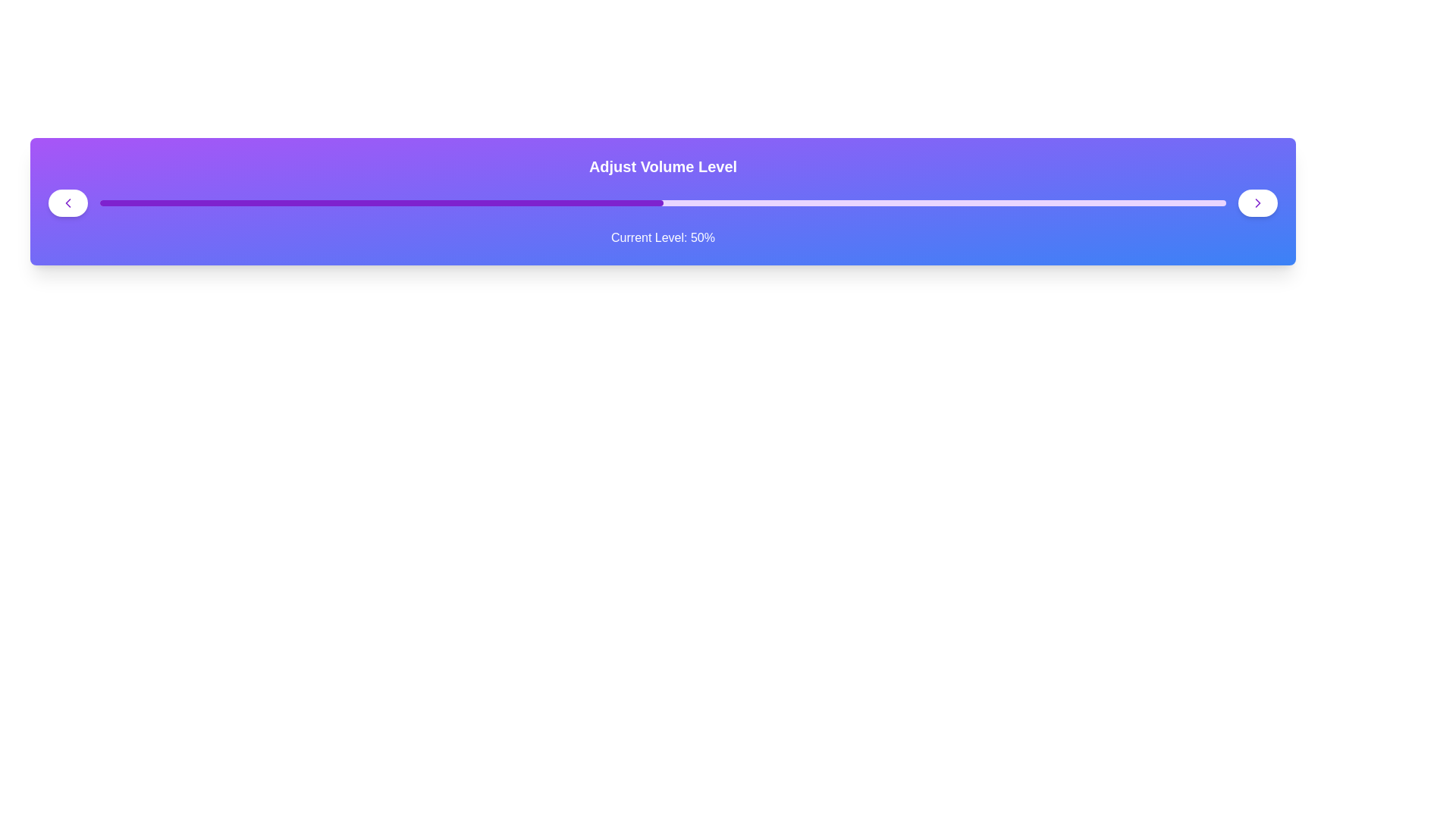 The height and width of the screenshot is (819, 1456). What do you see at coordinates (425, 202) in the screenshot?
I see `the volume level` at bounding box center [425, 202].